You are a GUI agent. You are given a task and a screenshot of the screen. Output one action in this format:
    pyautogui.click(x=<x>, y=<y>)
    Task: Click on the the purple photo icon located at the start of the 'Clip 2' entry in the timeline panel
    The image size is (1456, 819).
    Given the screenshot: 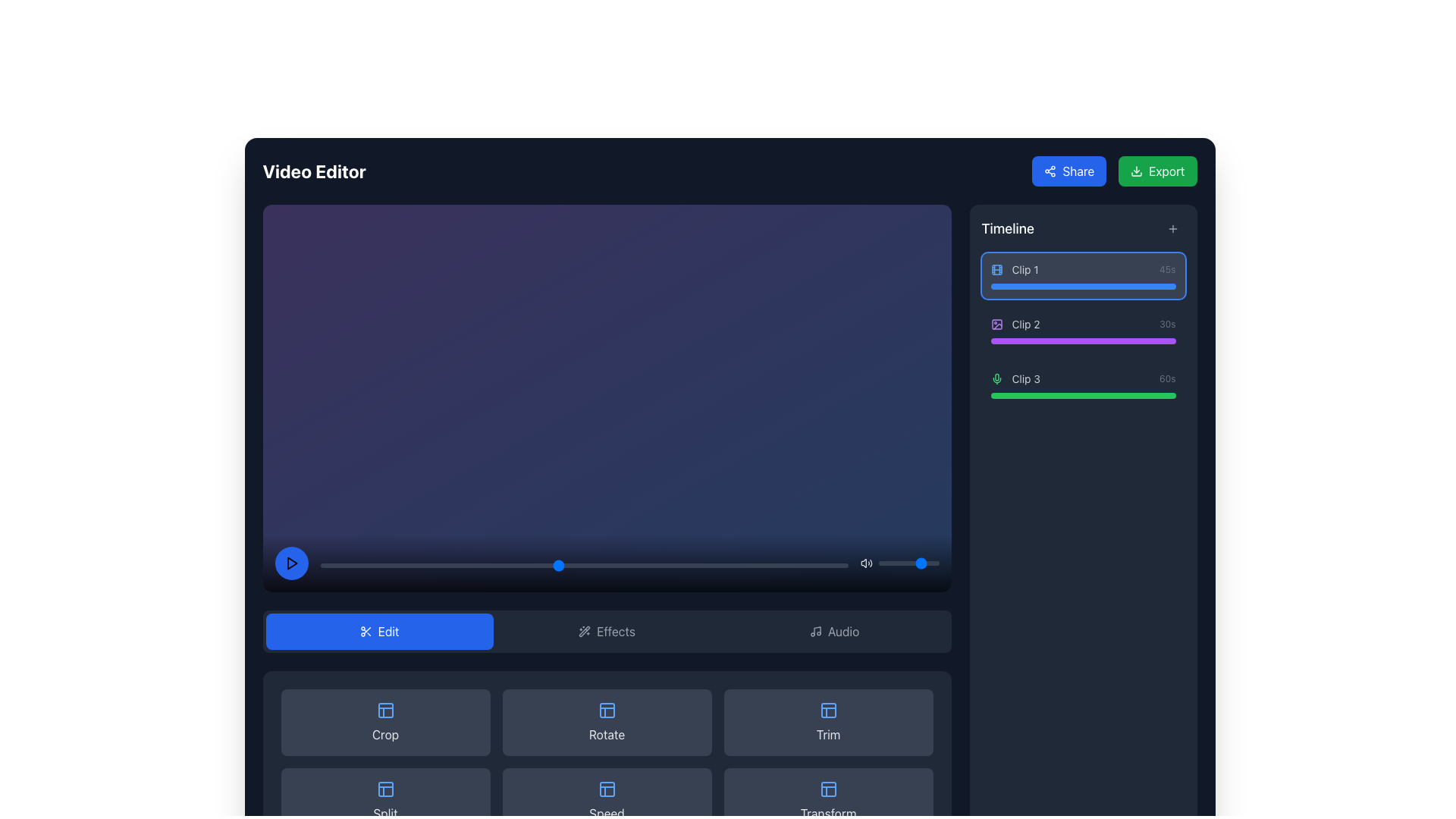 What is the action you would take?
    pyautogui.click(x=996, y=324)
    